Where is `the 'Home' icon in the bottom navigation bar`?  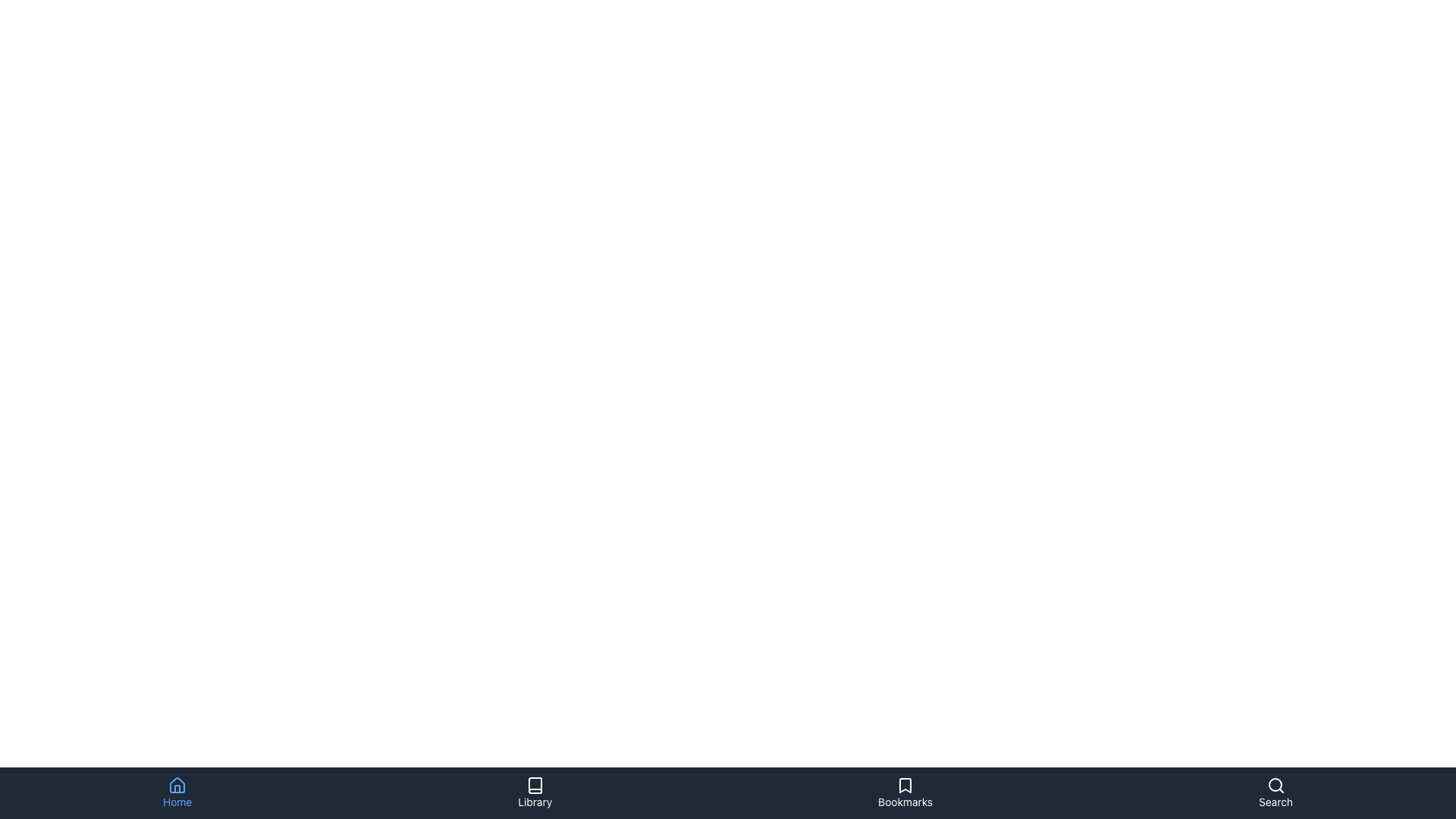 the 'Home' icon in the bottom navigation bar is located at coordinates (177, 785).